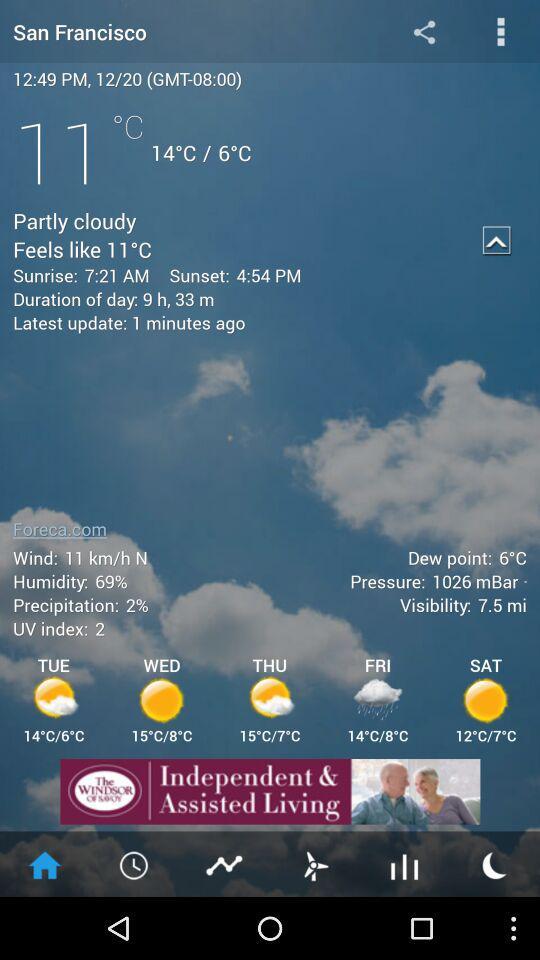 The width and height of the screenshot is (540, 960). Describe the element at coordinates (500, 33) in the screenshot. I see `the more icon` at that location.